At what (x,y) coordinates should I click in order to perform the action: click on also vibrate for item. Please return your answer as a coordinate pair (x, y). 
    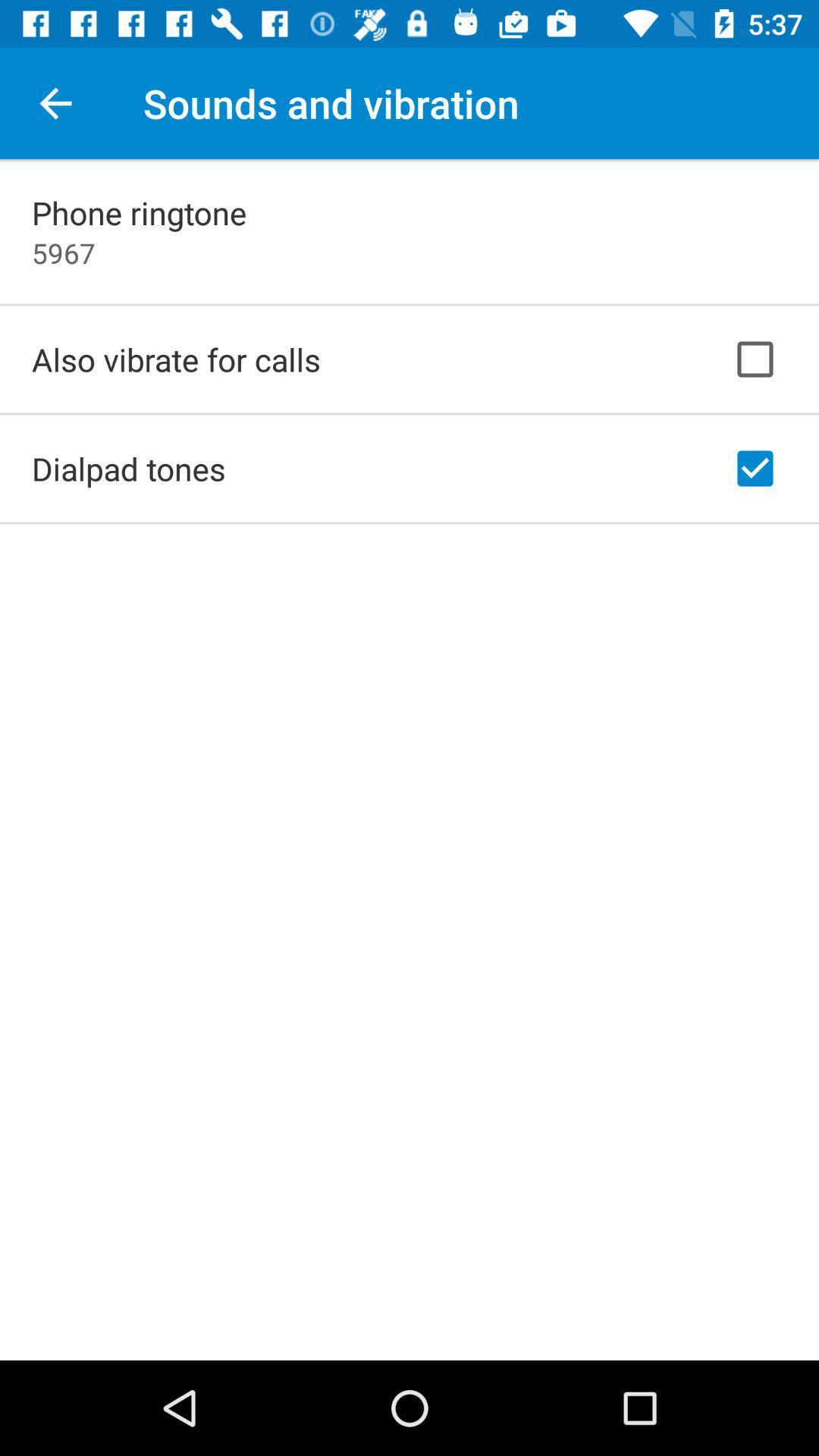
    Looking at the image, I should click on (175, 359).